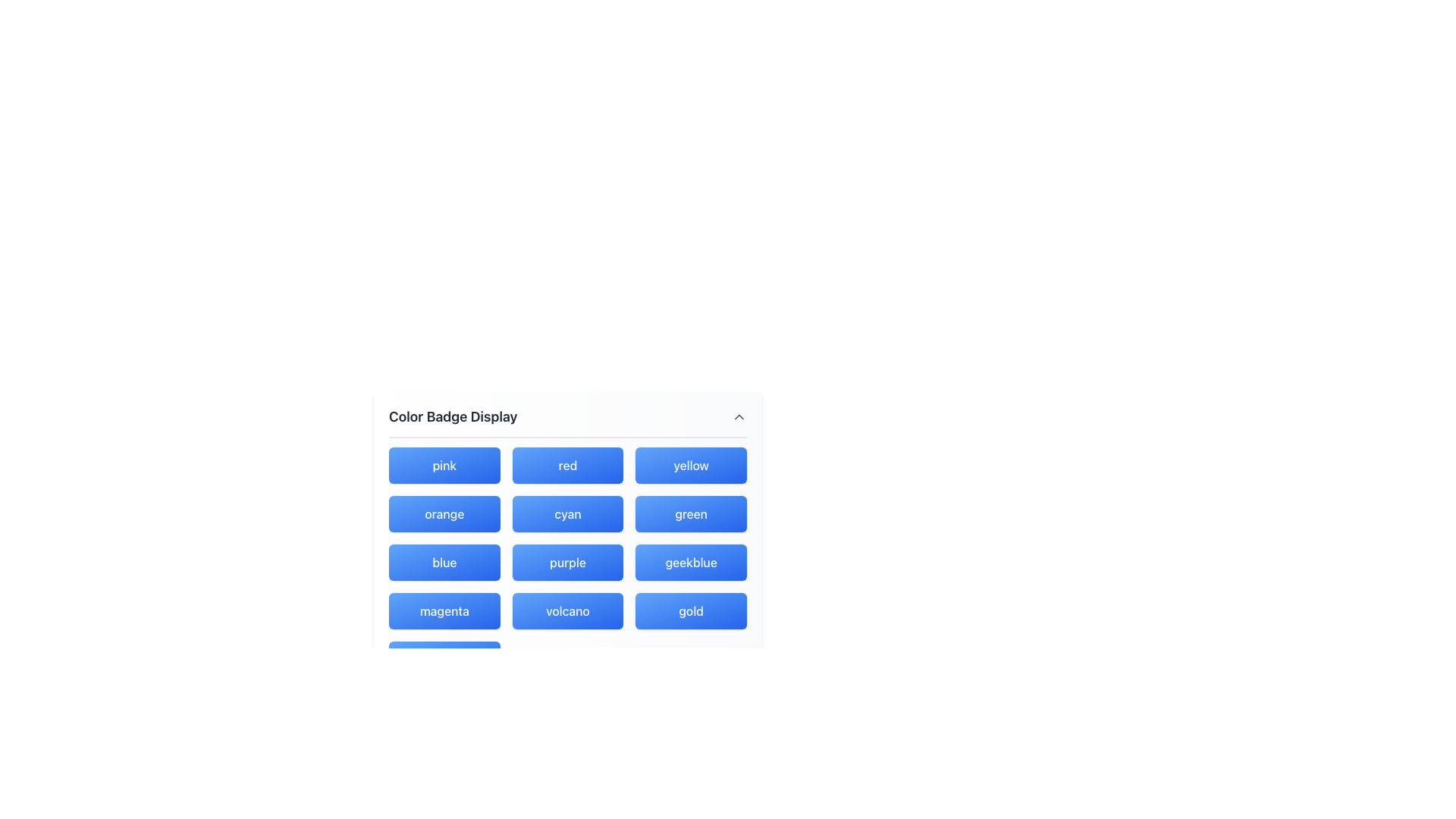  What do you see at coordinates (444, 610) in the screenshot?
I see `the rectangular button with a gradient blue background and the text 'magenta' in white, located in the fourth row and first column of the grid layout` at bounding box center [444, 610].